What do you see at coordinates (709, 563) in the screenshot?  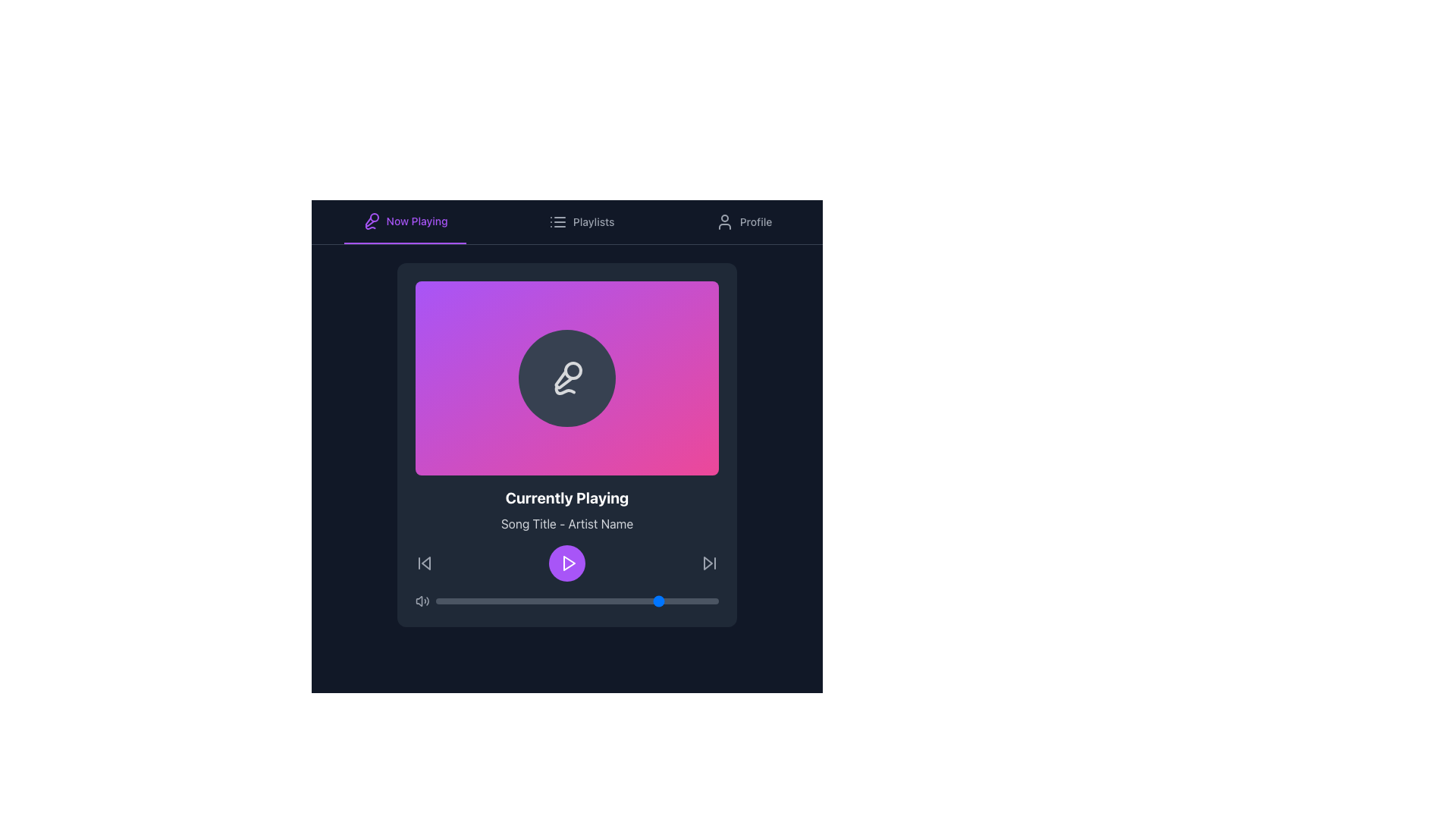 I see `the forward-skip button, which is a gray icon with a rightward-facing triangle and vertical line, located at the bottom-right corner of the 'Currently Playing' card` at bounding box center [709, 563].